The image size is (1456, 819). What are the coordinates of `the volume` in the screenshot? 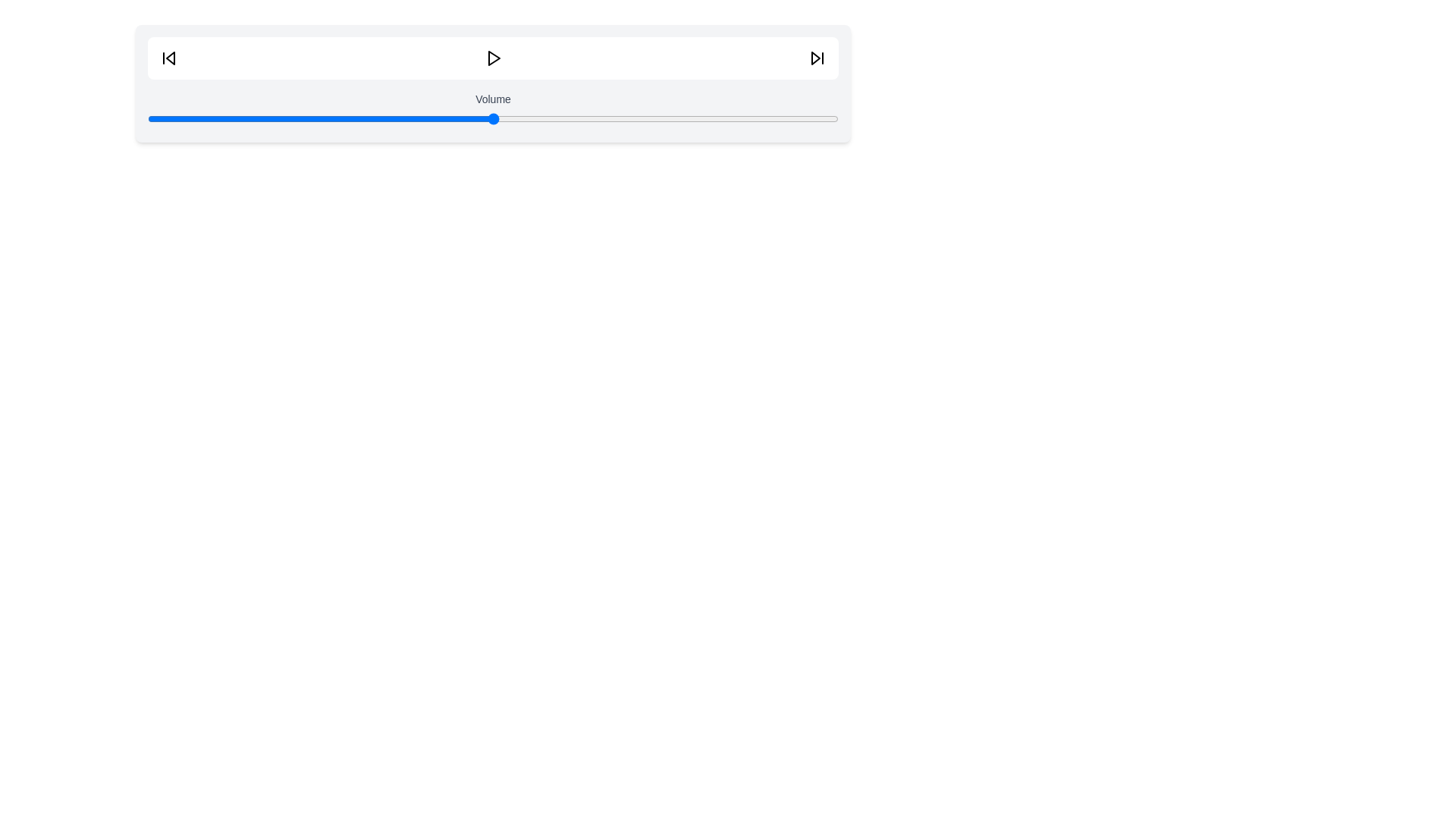 It's located at (610, 118).